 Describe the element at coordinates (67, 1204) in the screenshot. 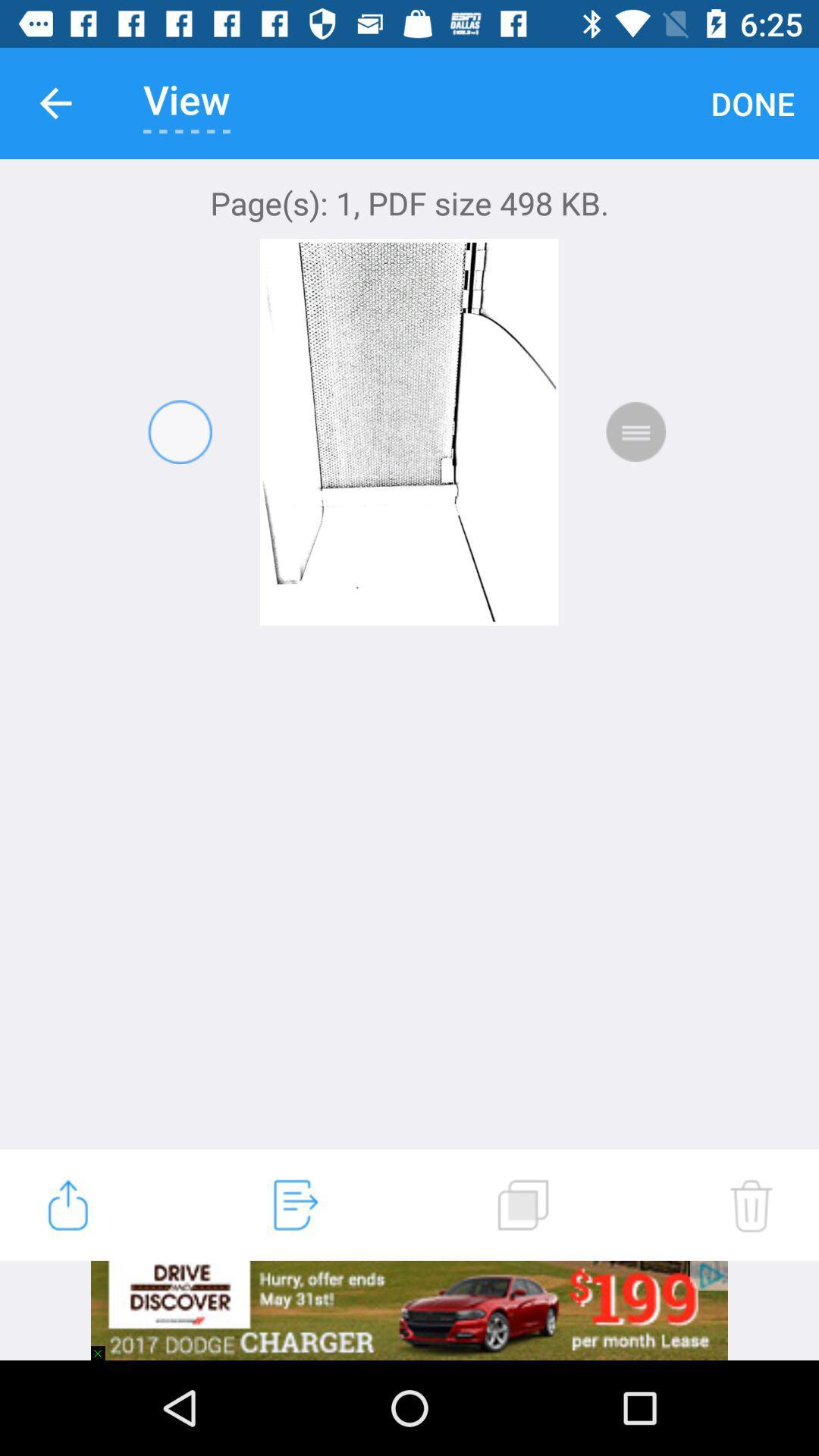

I see `the launch icon` at that location.